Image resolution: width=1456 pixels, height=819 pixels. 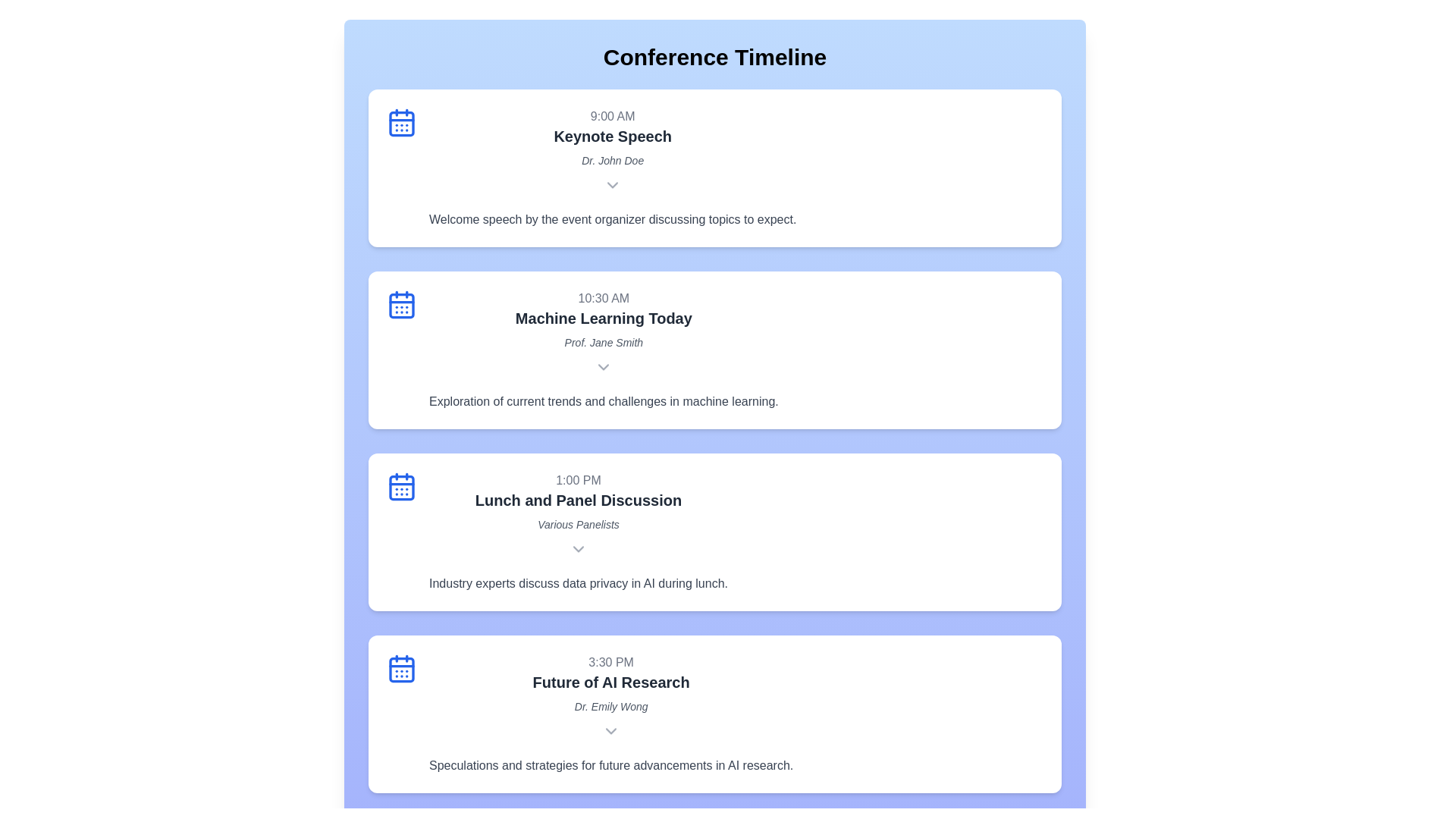 What do you see at coordinates (603, 350) in the screenshot?
I see `the second card in the conference timeline that represents the event titled 'Machine Learning Today'` at bounding box center [603, 350].